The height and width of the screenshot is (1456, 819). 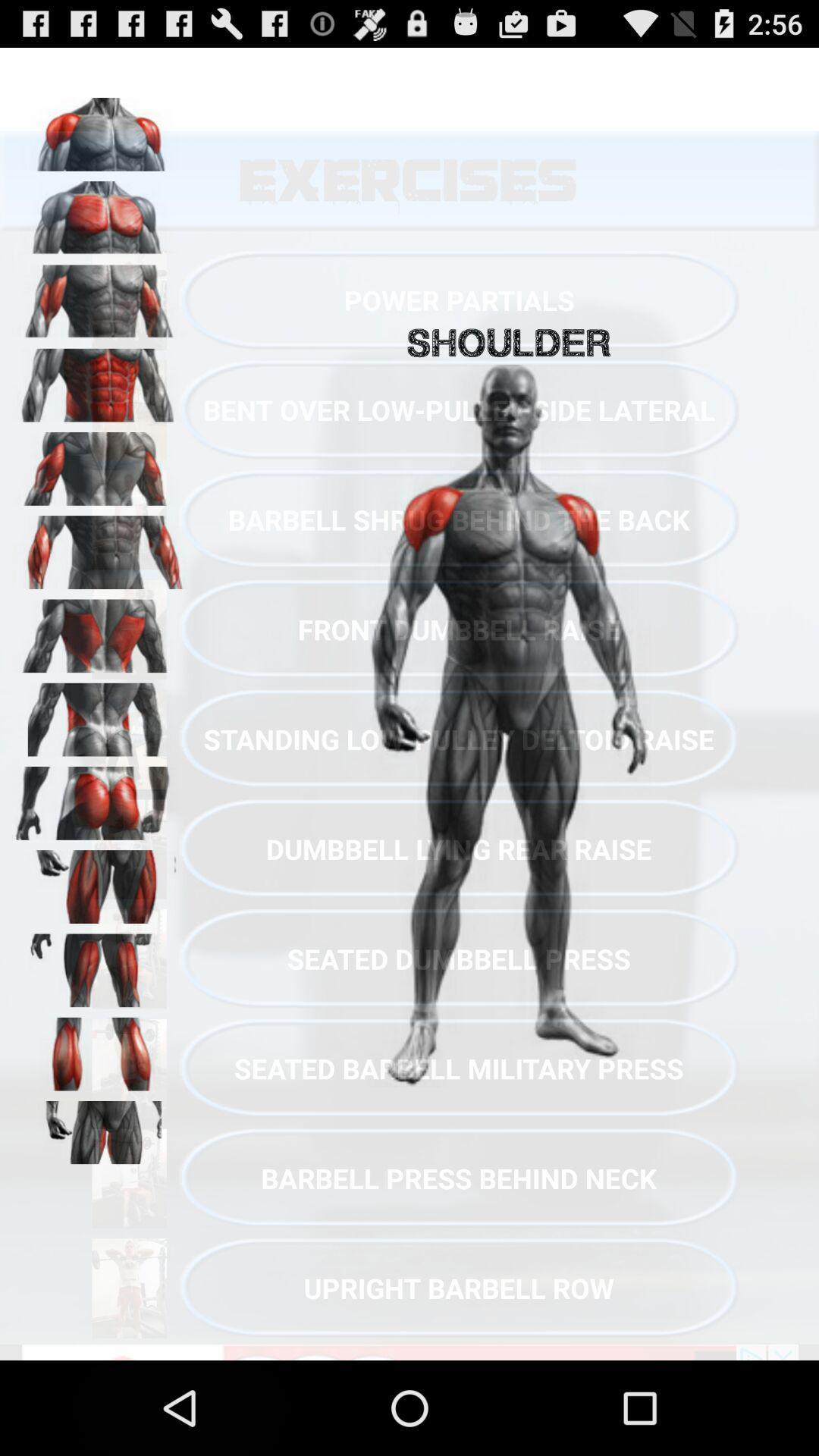 I want to click on show muscle category, so click(x=99, y=546).